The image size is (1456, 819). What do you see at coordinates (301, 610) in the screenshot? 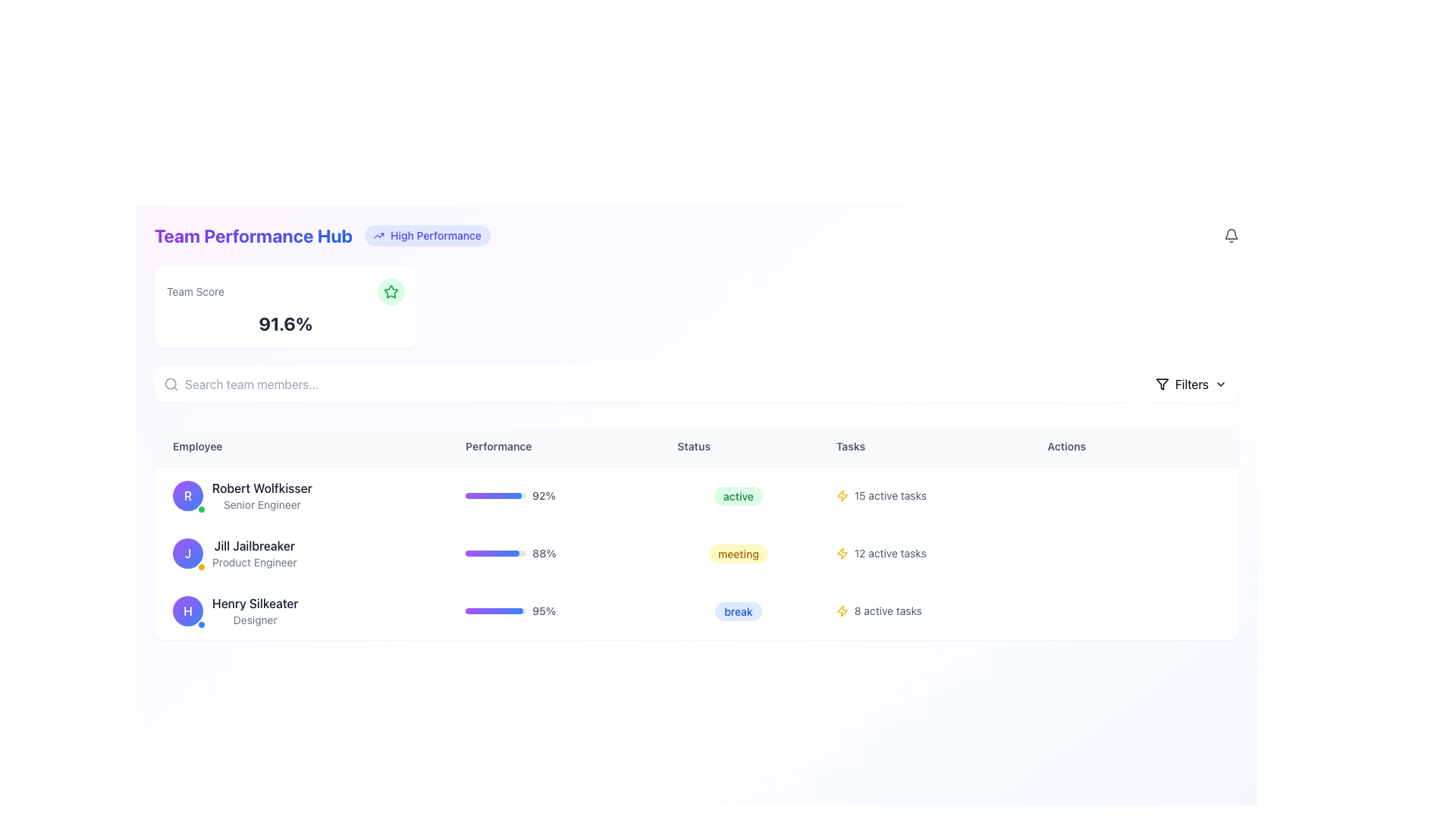
I see `the Profile information display for 'Henry Silkeater', which includes the name in bold black font and a circular avatar with a purple gradient background` at bounding box center [301, 610].